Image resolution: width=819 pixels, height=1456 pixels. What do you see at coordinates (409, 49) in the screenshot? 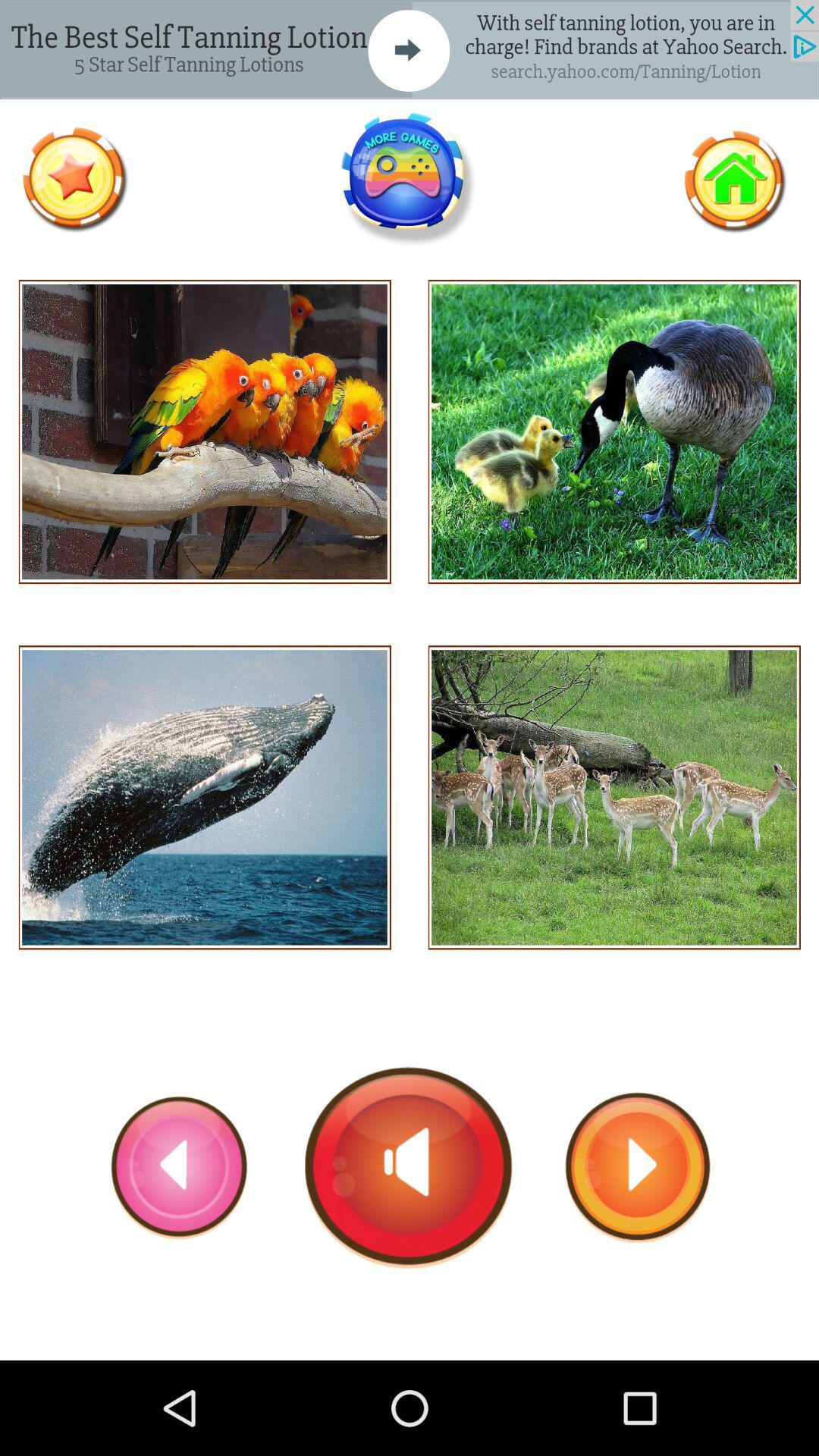
I see `open advertisement` at bounding box center [409, 49].